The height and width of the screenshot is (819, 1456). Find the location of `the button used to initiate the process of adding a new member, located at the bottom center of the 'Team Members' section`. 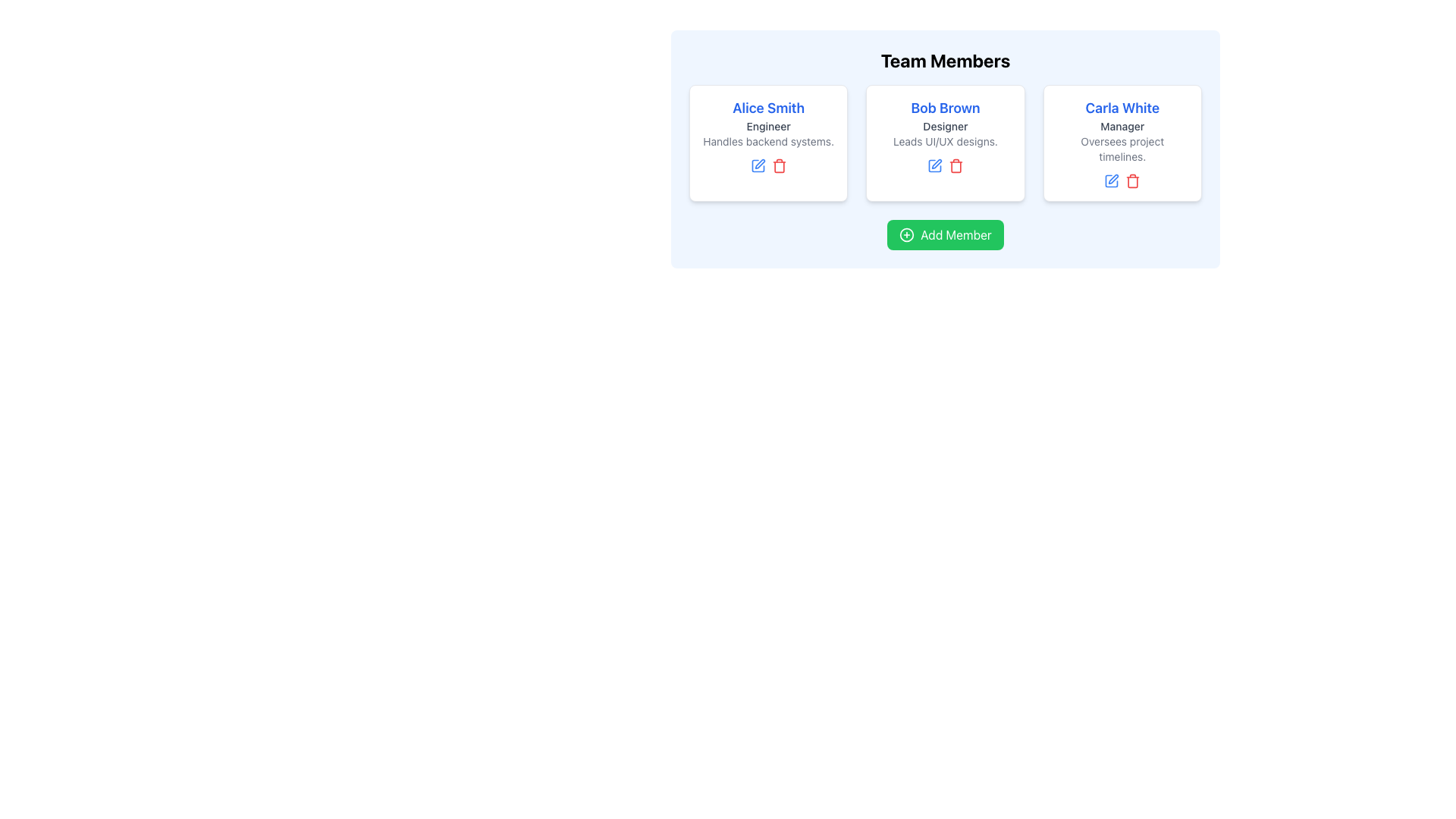

the button used to initiate the process of adding a new member, located at the bottom center of the 'Team Members' section is located at coordinates (945, 234).